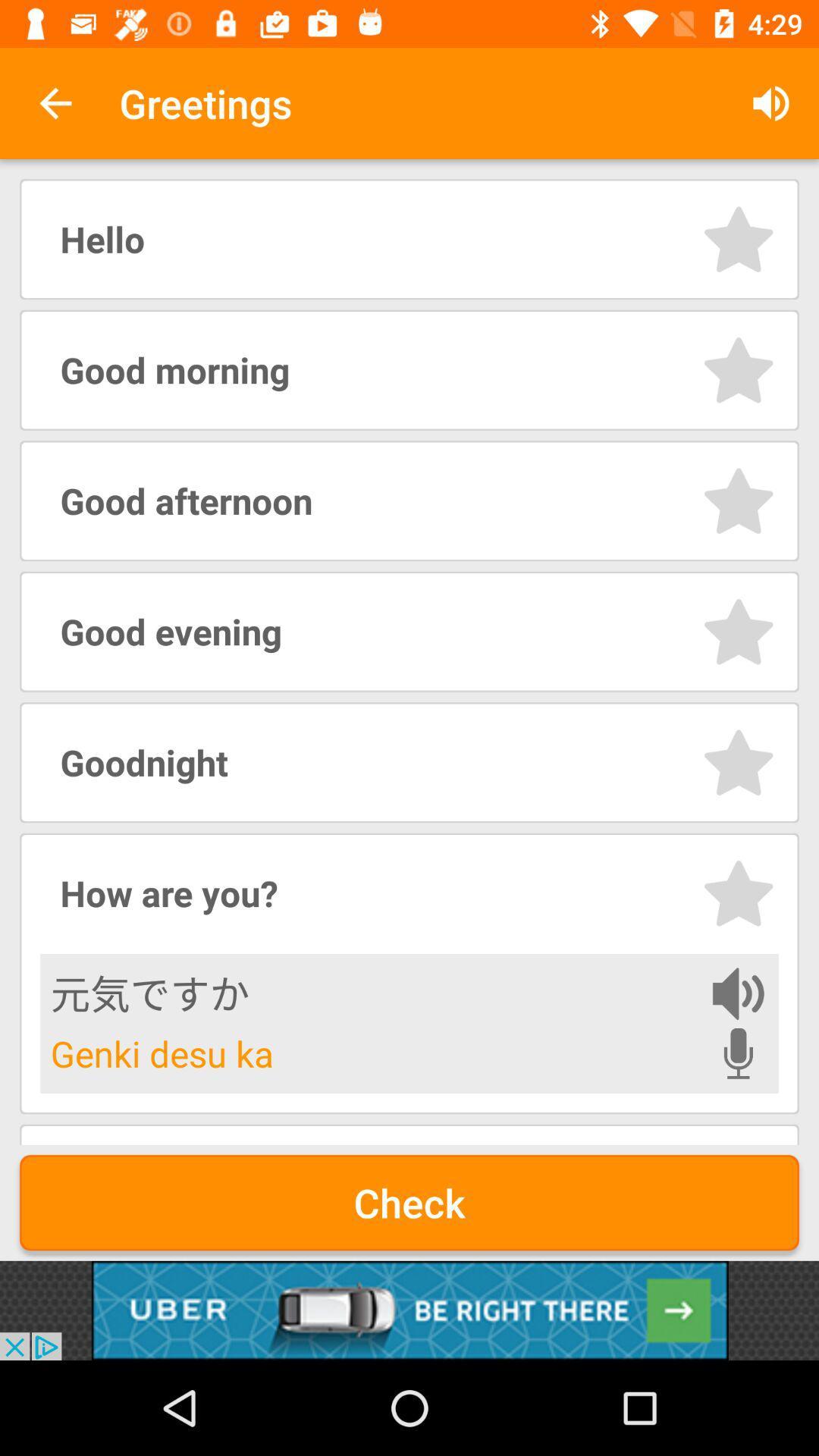 The image size is (819, 1456). Describe the element at coordinates (738, 238) in the screenshot. I see `make favorite` at that location.